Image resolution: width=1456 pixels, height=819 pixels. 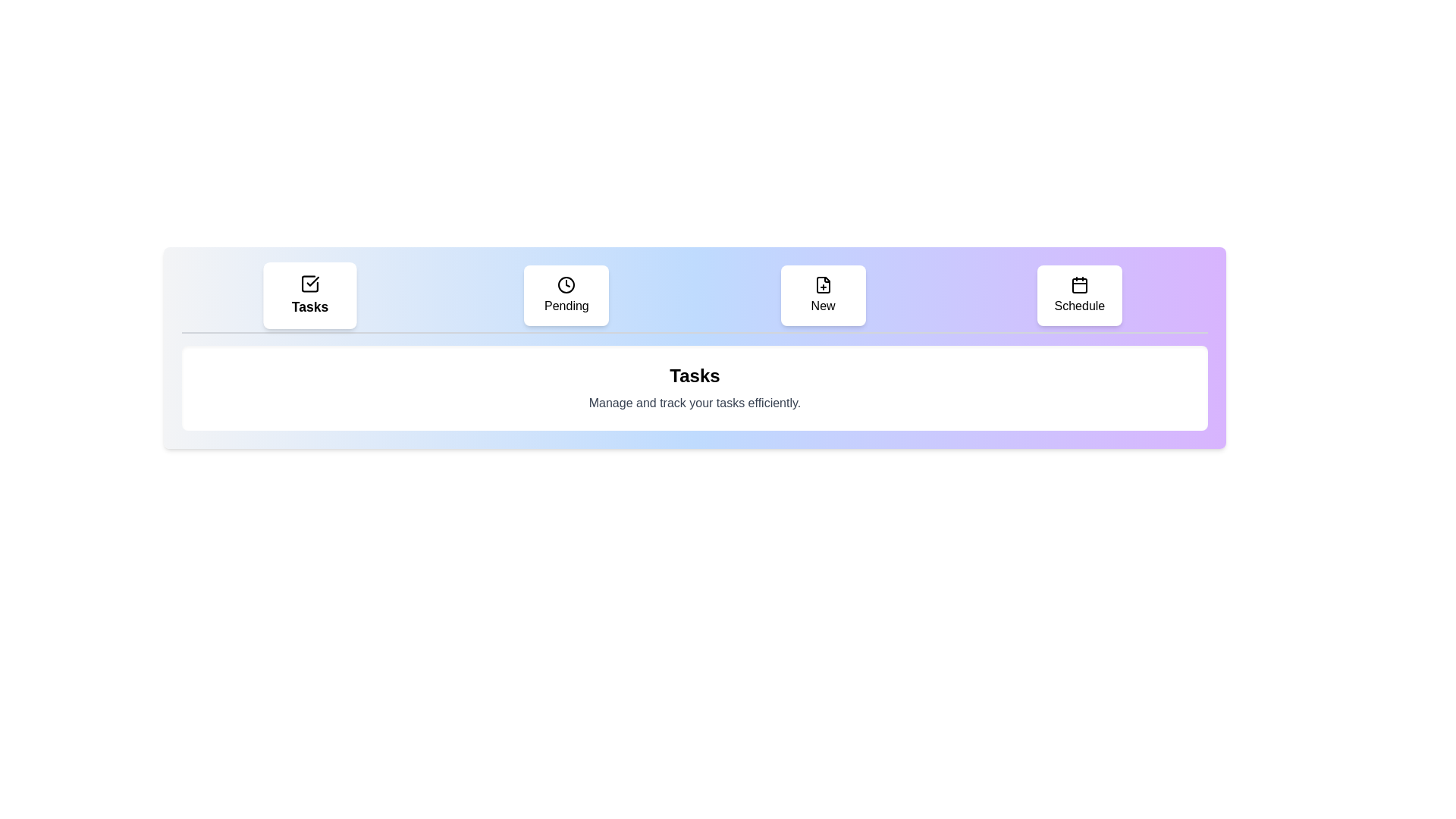 What do you see at coordinates (566, 295) in the screenshot?
I see `the tab labeled 'Pending' to view its content` at bounding box center [566, 295].